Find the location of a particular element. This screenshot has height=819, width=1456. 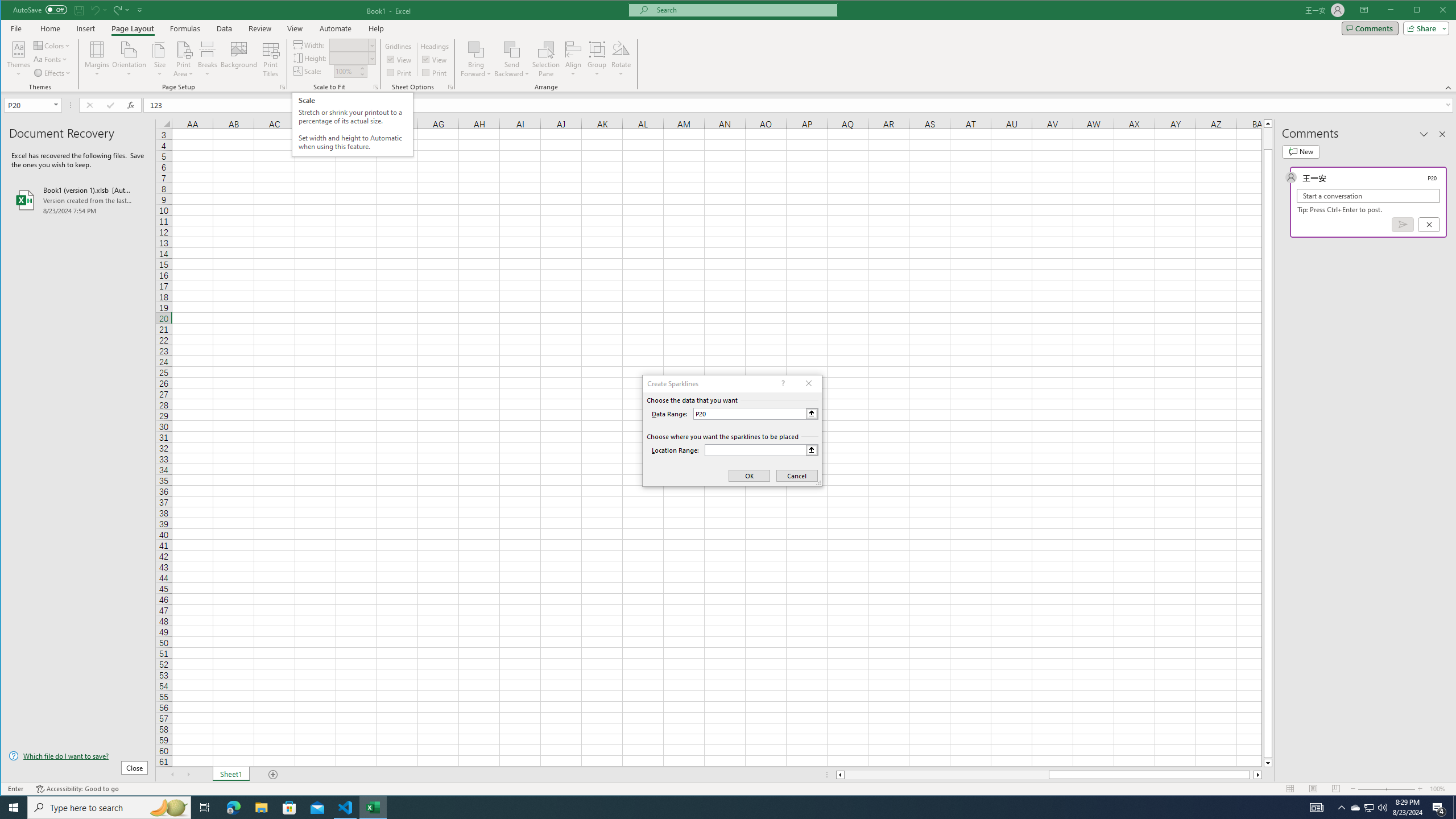

'Close pane' is located at coordinates (1442, 134).